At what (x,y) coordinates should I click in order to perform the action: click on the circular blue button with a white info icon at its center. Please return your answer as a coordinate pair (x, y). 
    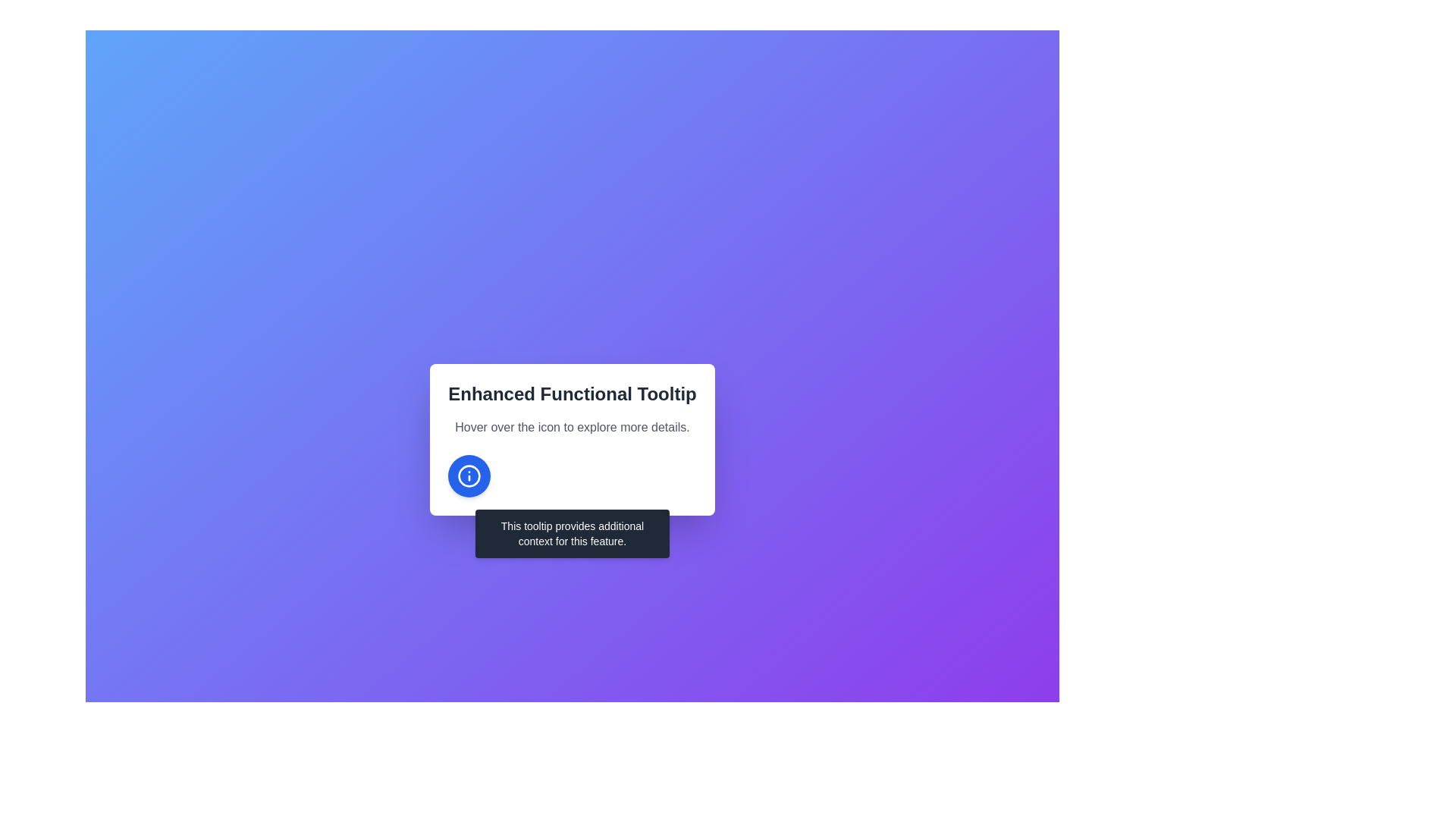
    Looking at the image, I should click on (469, 475).